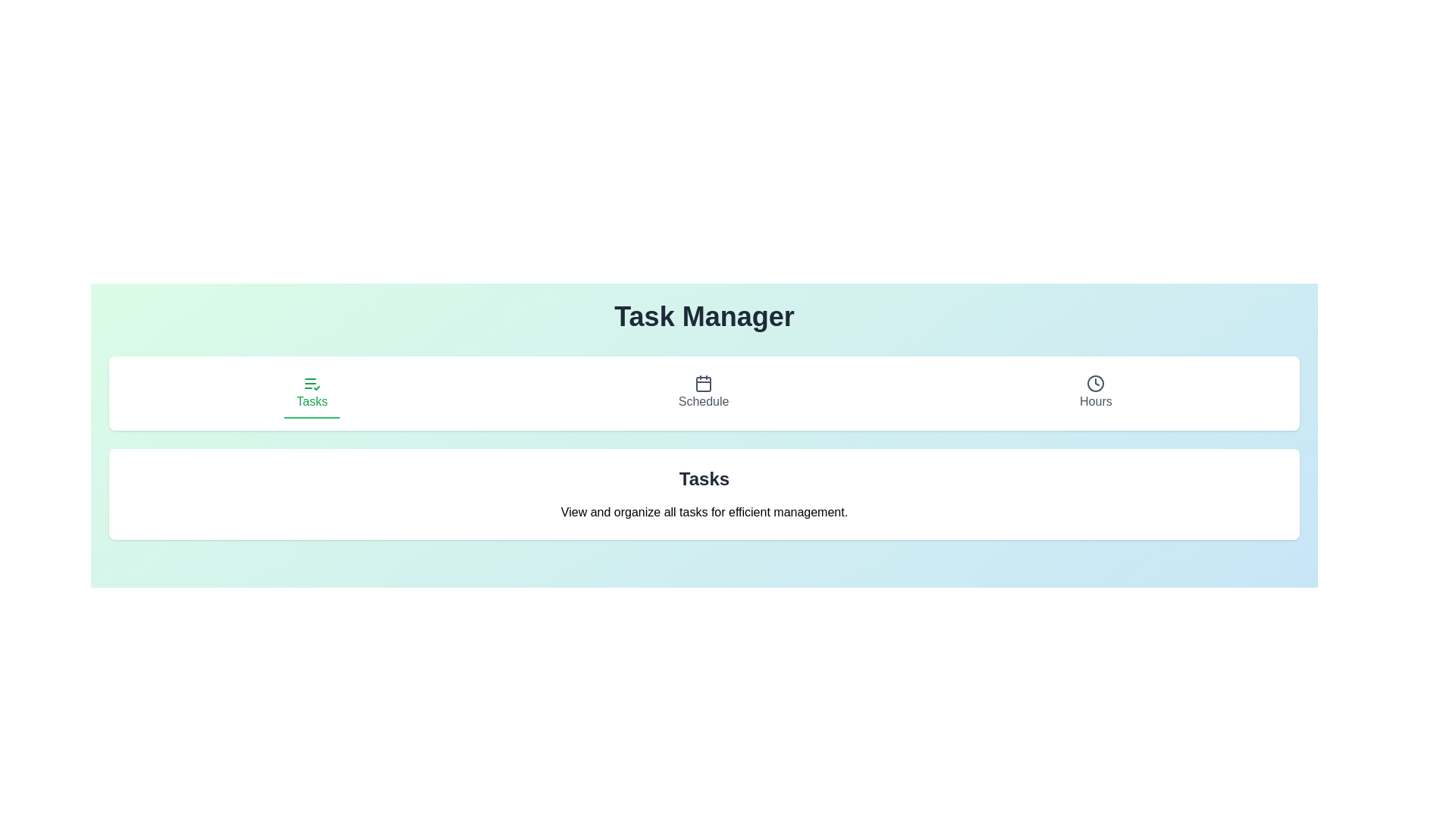 Image resolution: width=1456 pixels, height=819 pixels. I want to click on the green 'Tasks' button with a checklist icon located on the leftmost side of the options bar, so click(311, 393).